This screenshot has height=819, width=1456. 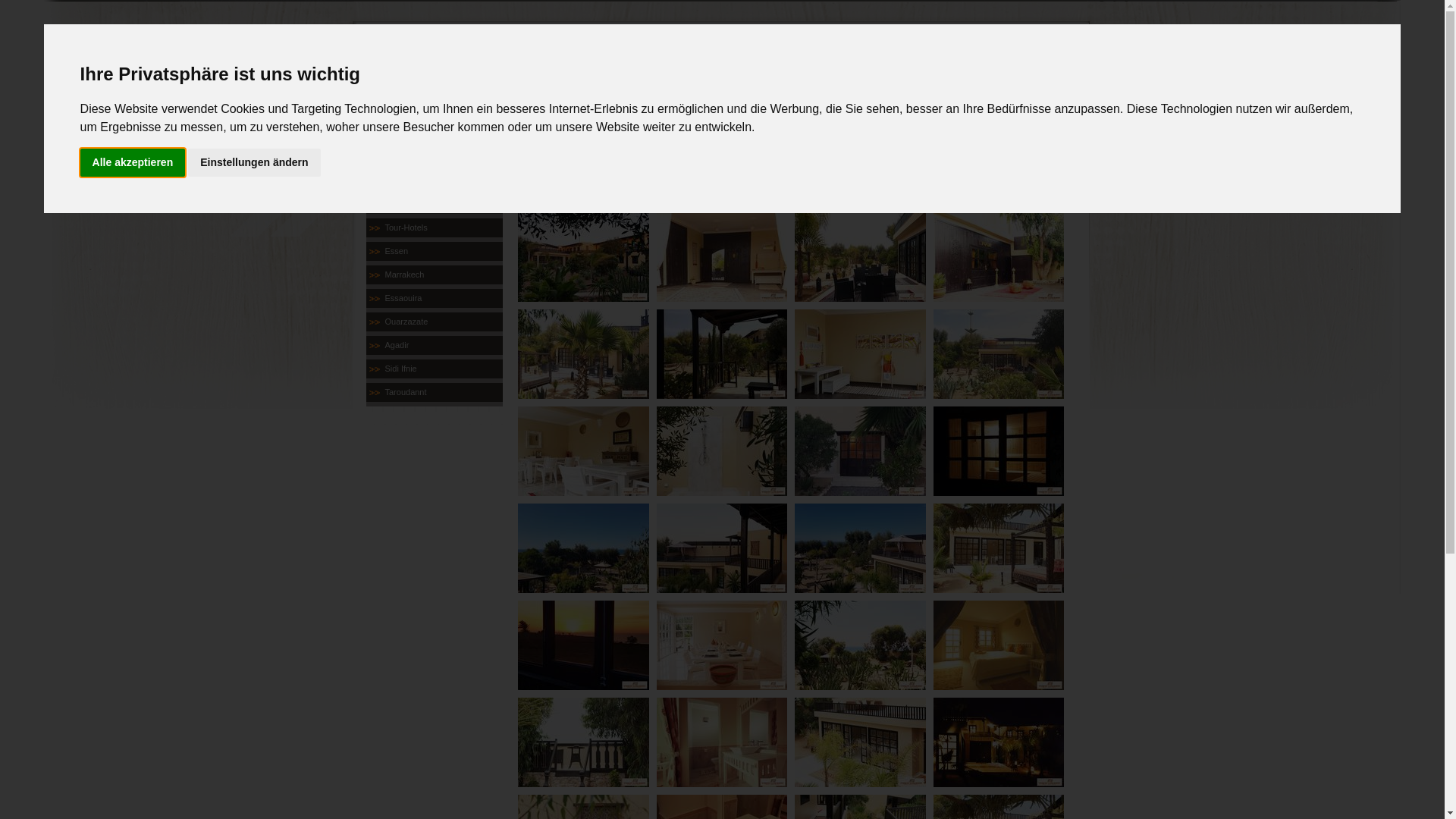 What do you see at coordinates (582, 295) in the screenshot?
I see `'TIGERLOUNGE - Hotel/Club Lounge'` at bounding box center [582, 295].